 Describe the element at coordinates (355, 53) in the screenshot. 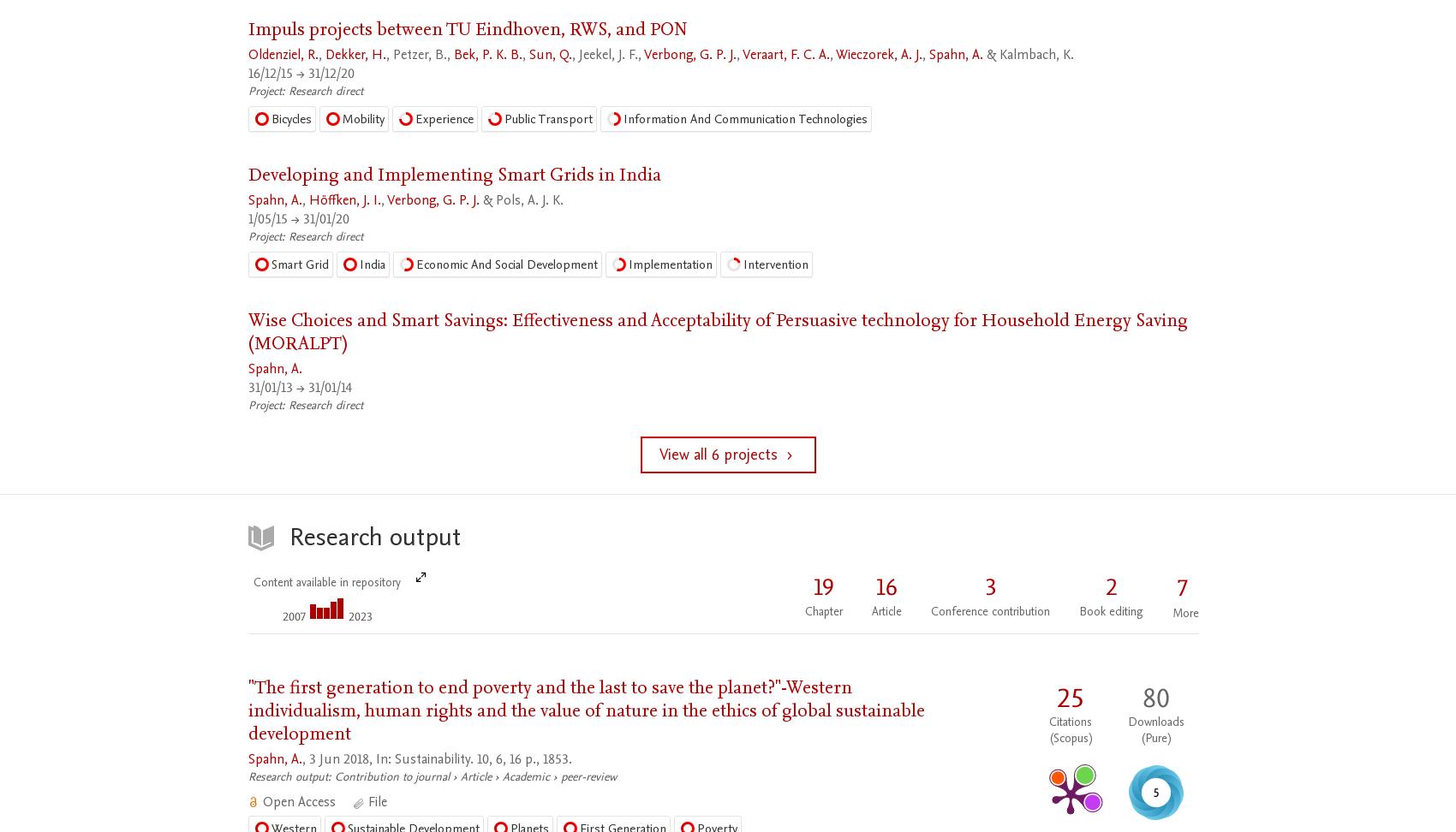

I see `'Dekker, H.'` at that location.